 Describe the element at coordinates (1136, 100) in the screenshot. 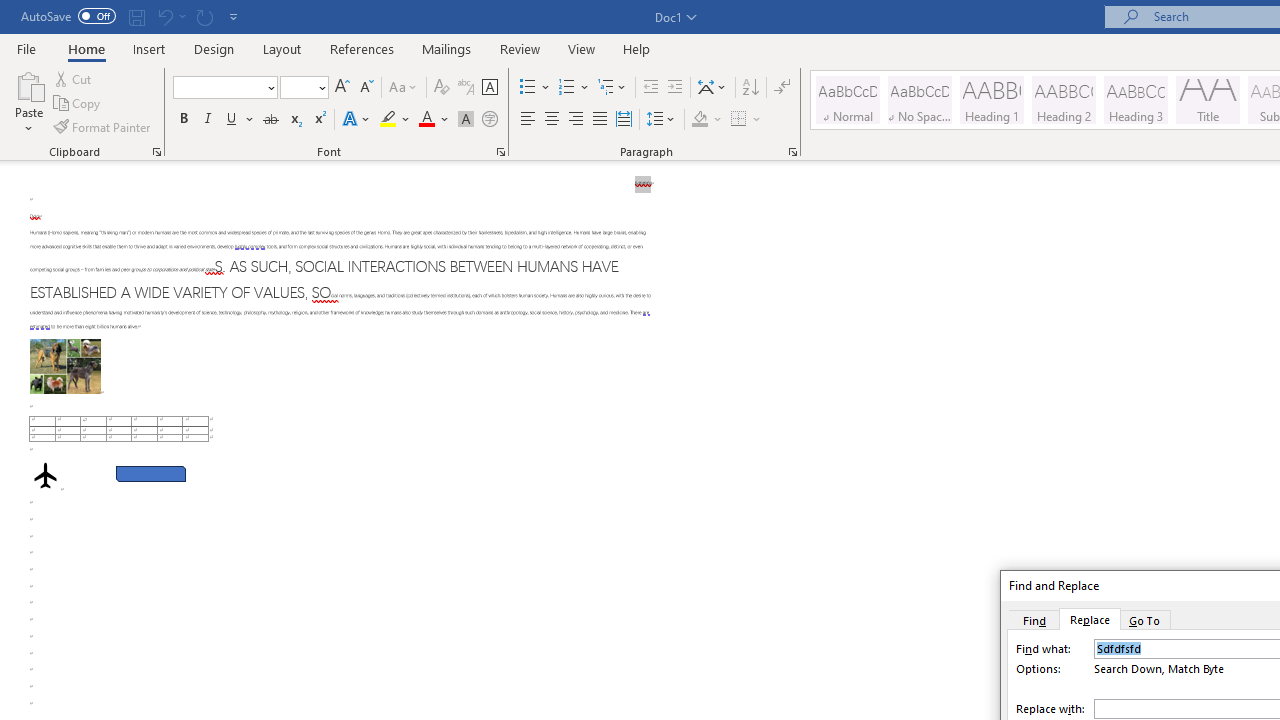

I see `'Heading 3'` at that location.